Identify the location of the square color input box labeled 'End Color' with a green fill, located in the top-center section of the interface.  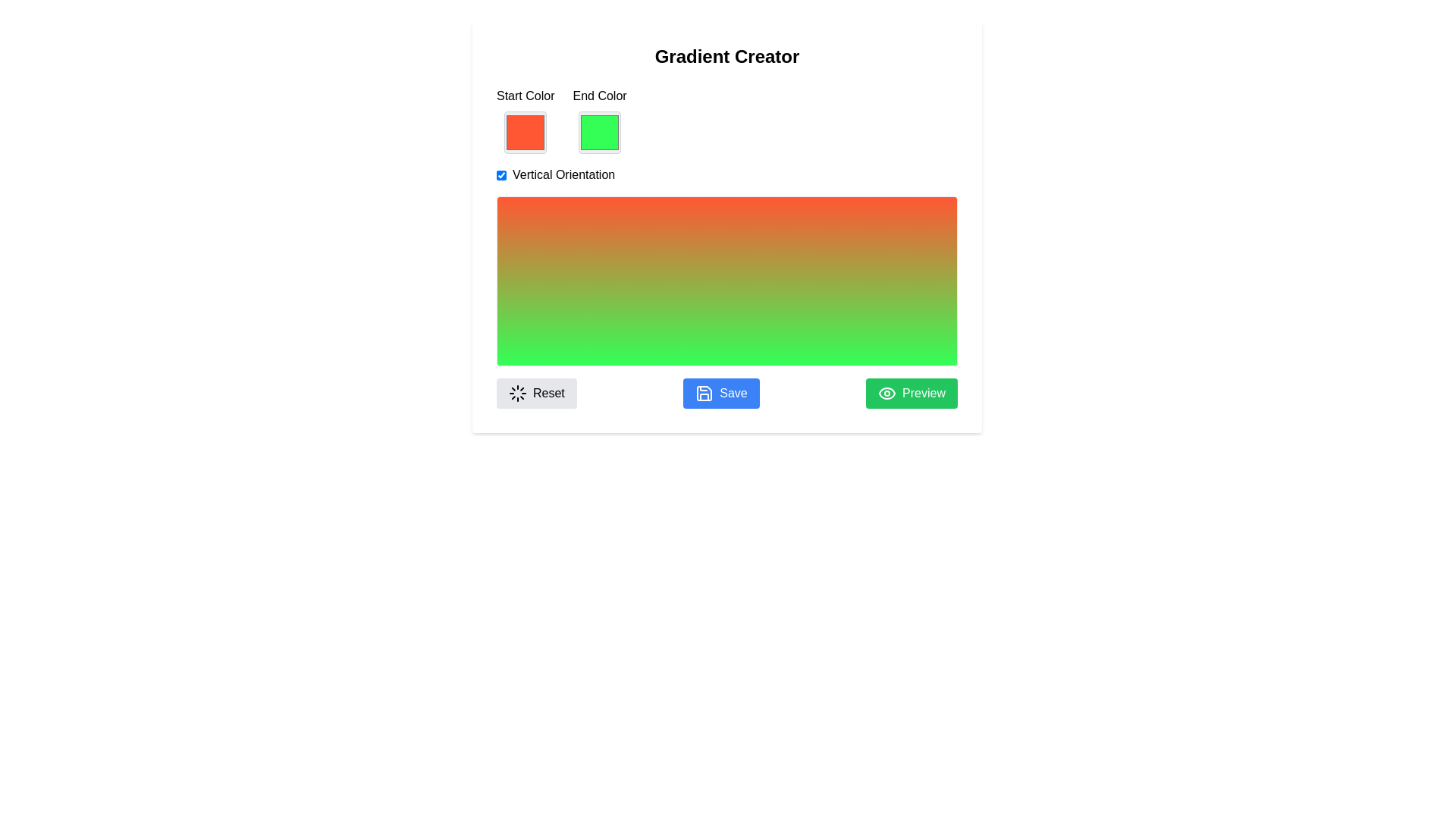
(599, 119).